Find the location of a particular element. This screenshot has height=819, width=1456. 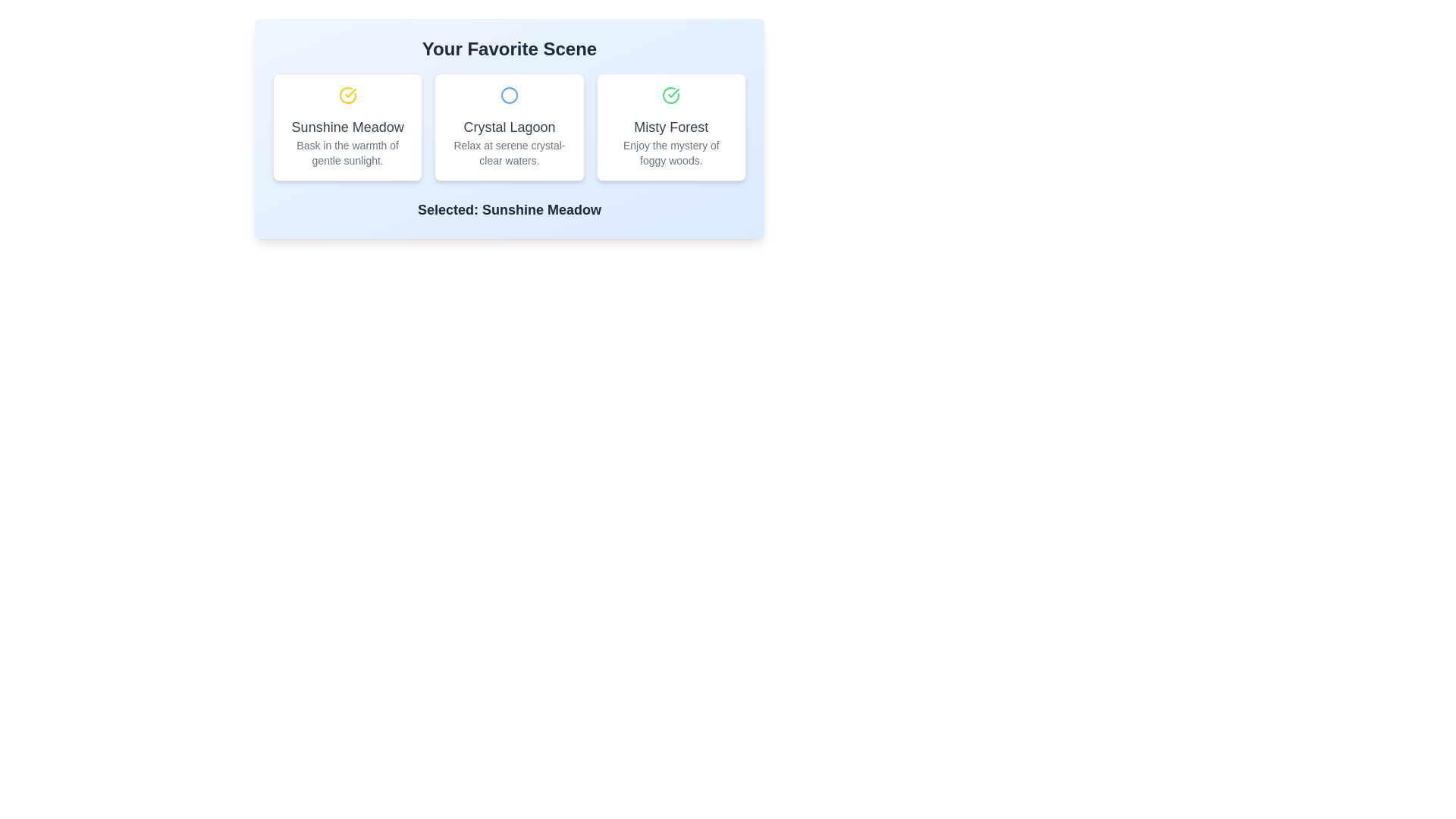

the title text inside the first card of the 'Your Favorite Scene' section, which is located above the description 'Bask in the warmth of gentle sunlight.' is located at coordinates (347, 127).